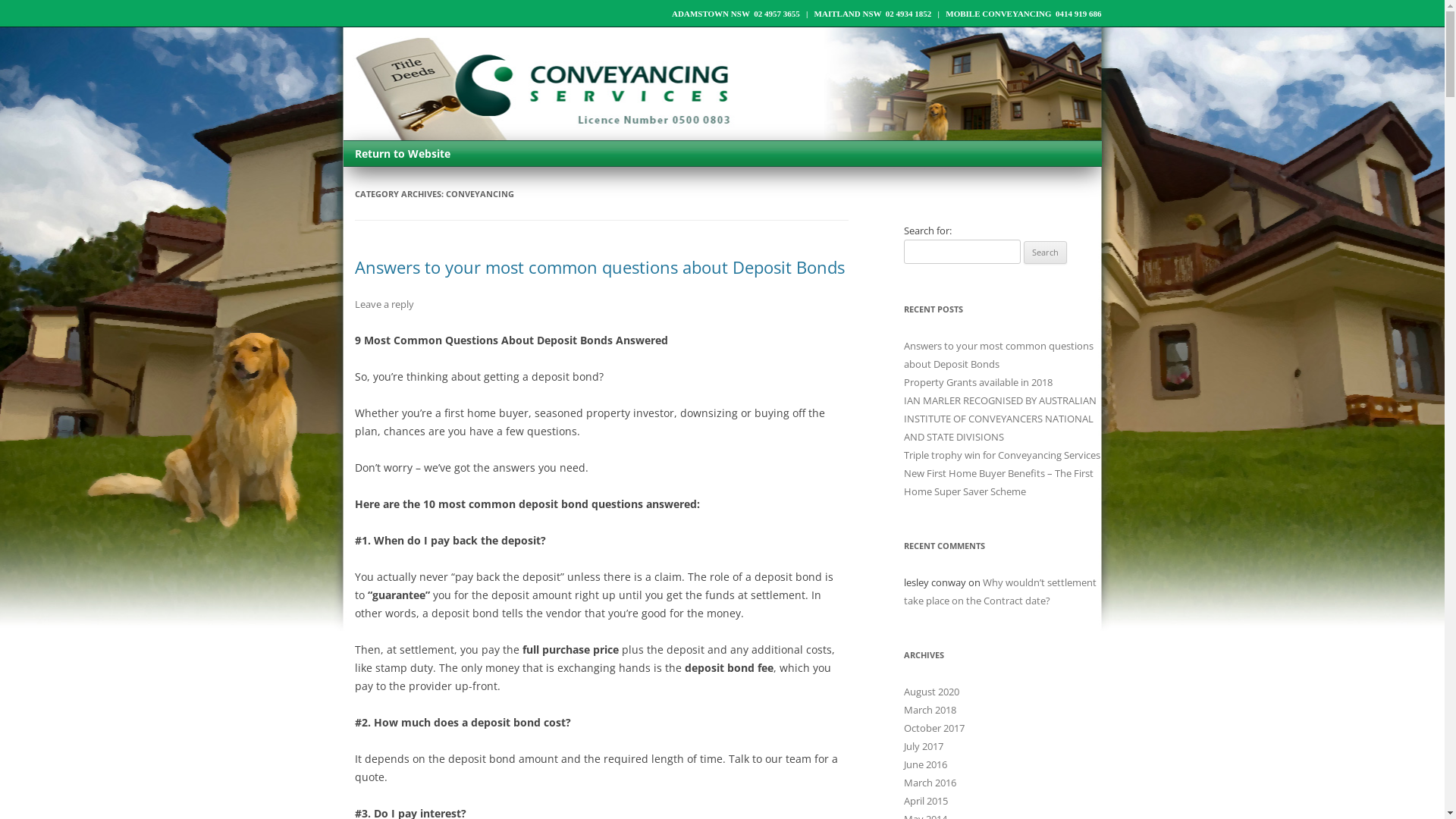  What do you see at coordinates (998, 354) in the screenshot?
I see `'Answers to your most common questions about Deposit Bonds'` at bounding box center [998, 354].